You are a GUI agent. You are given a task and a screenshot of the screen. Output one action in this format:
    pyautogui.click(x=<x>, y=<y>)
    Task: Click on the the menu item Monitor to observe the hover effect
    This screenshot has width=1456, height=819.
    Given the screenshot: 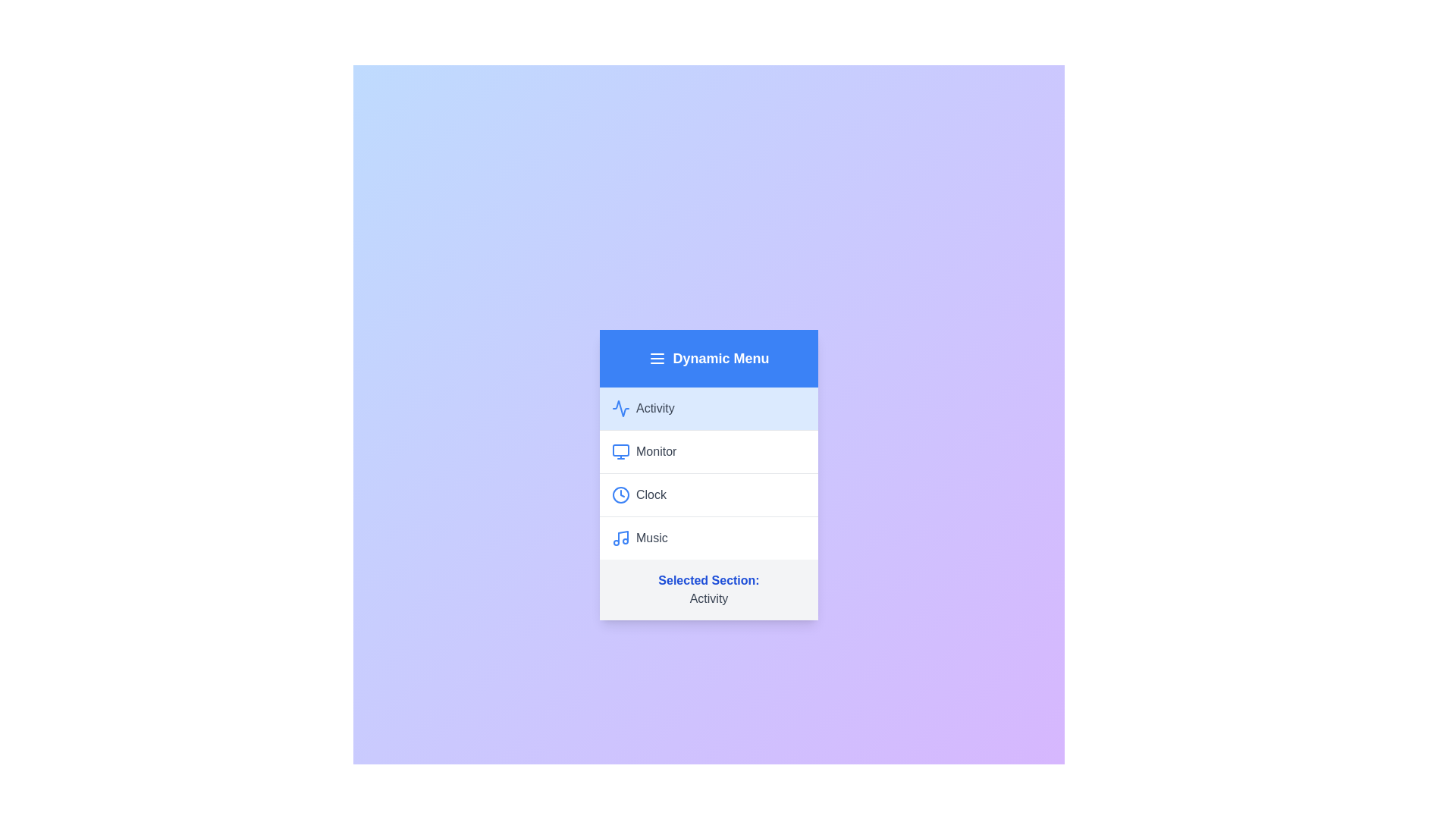 What is the action you would take?
    pyautogui.click(x=708, y=450)
    